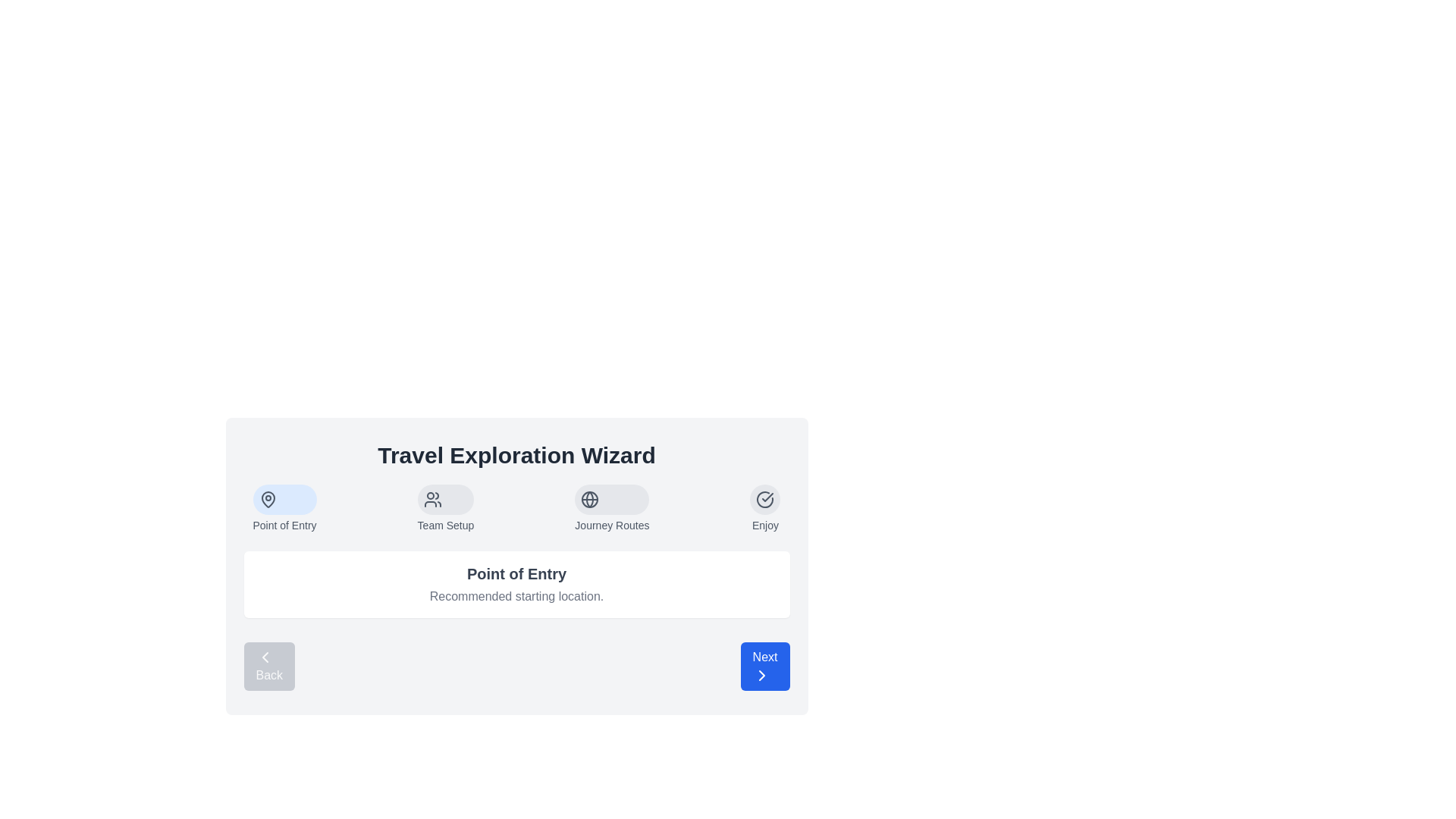 This screenshot has height=819, width=1456. What do you see at coordinates (612, 525) in the screenshot?
I see `the 'Journey Routes' text label, which is styled with a small font size and medium weight, located below a circular globe icon in the Travel Exploration Wizard interface` at bounding box center [612, 525].